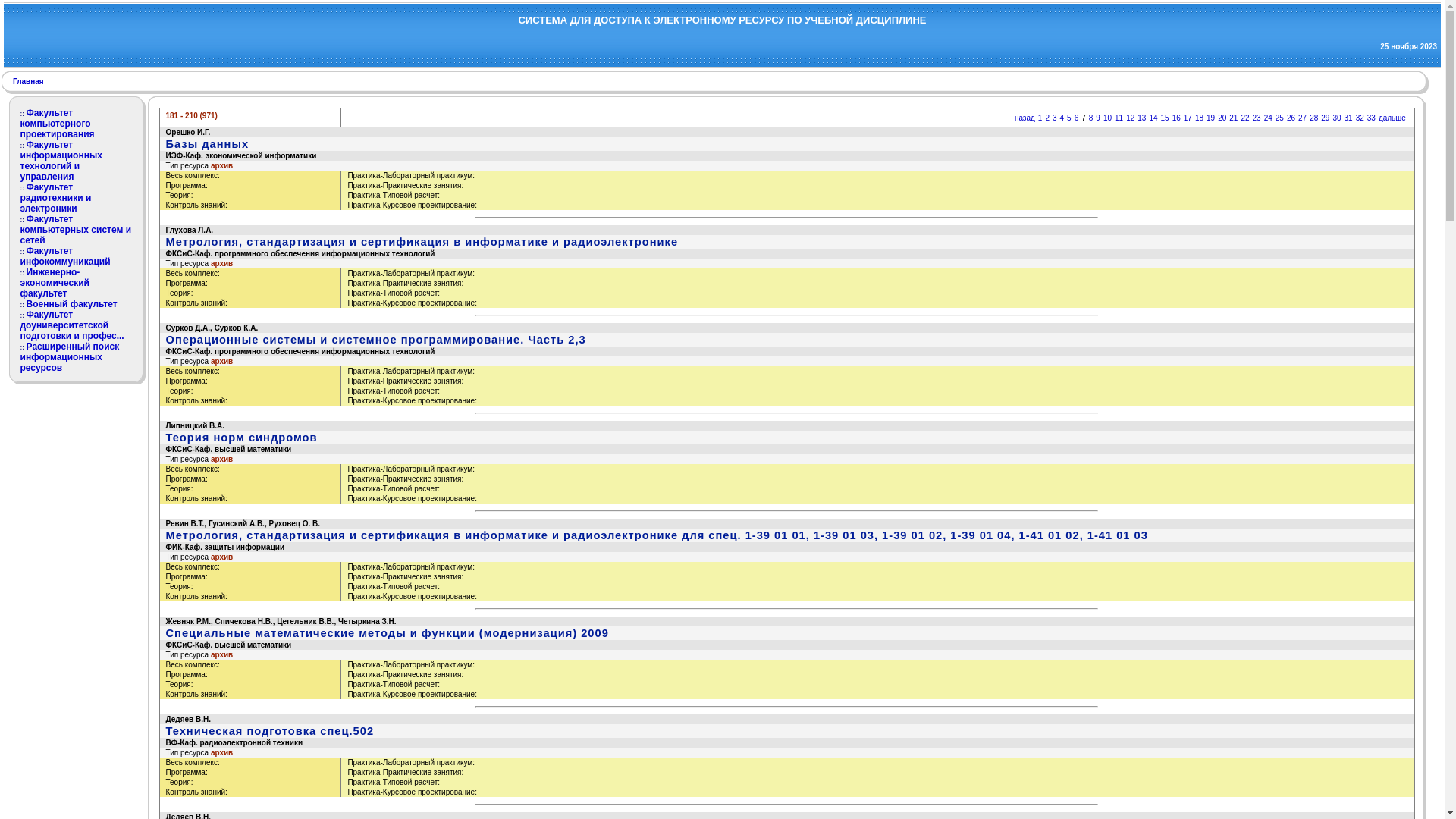  I want to click on '10', so click(1107, 117).